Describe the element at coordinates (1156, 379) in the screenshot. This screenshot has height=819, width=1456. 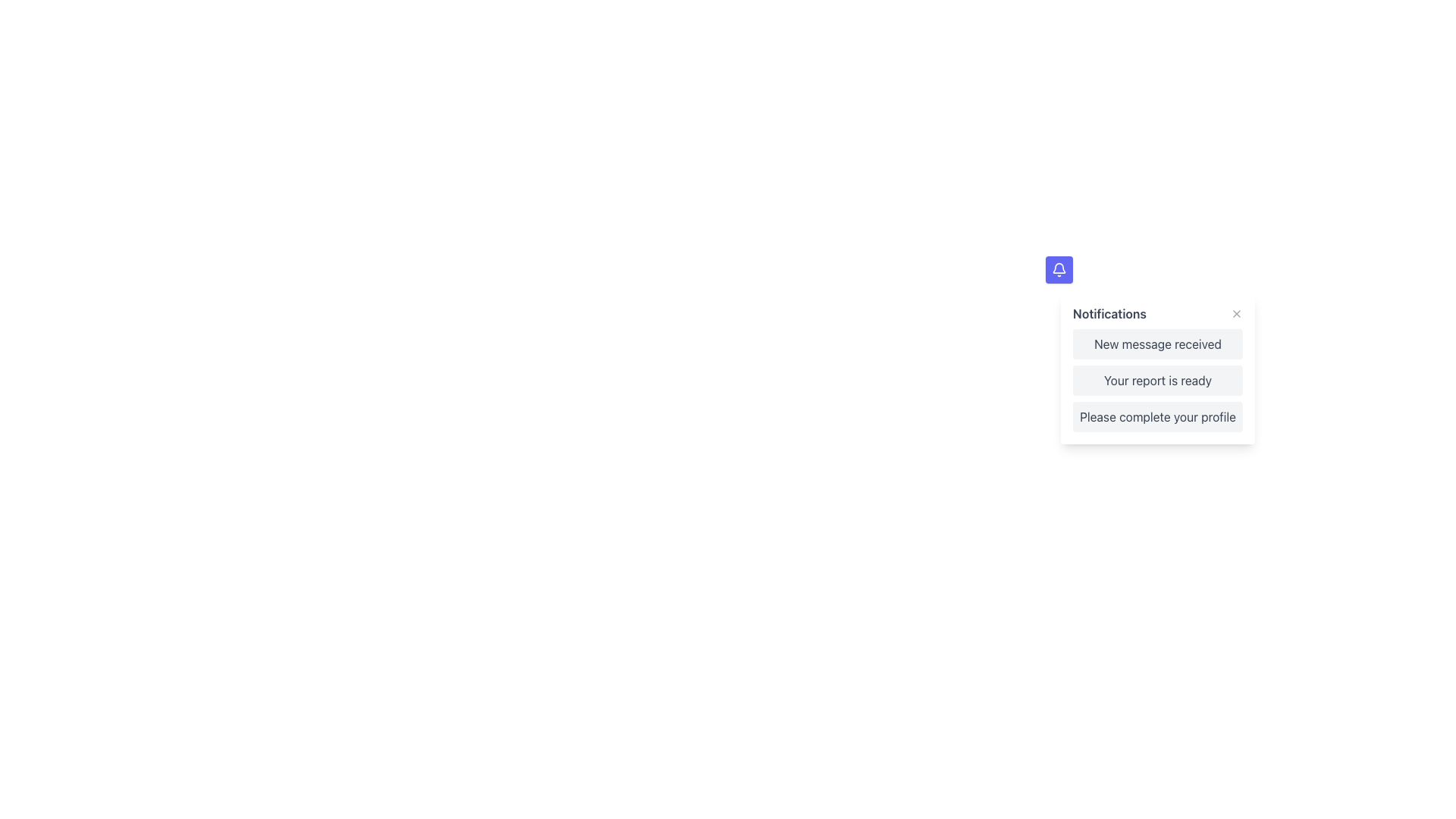
I see `the text display panel that contains the notification 'Your report is ready', which is the second item in a vertical stack of notifications` at that location.